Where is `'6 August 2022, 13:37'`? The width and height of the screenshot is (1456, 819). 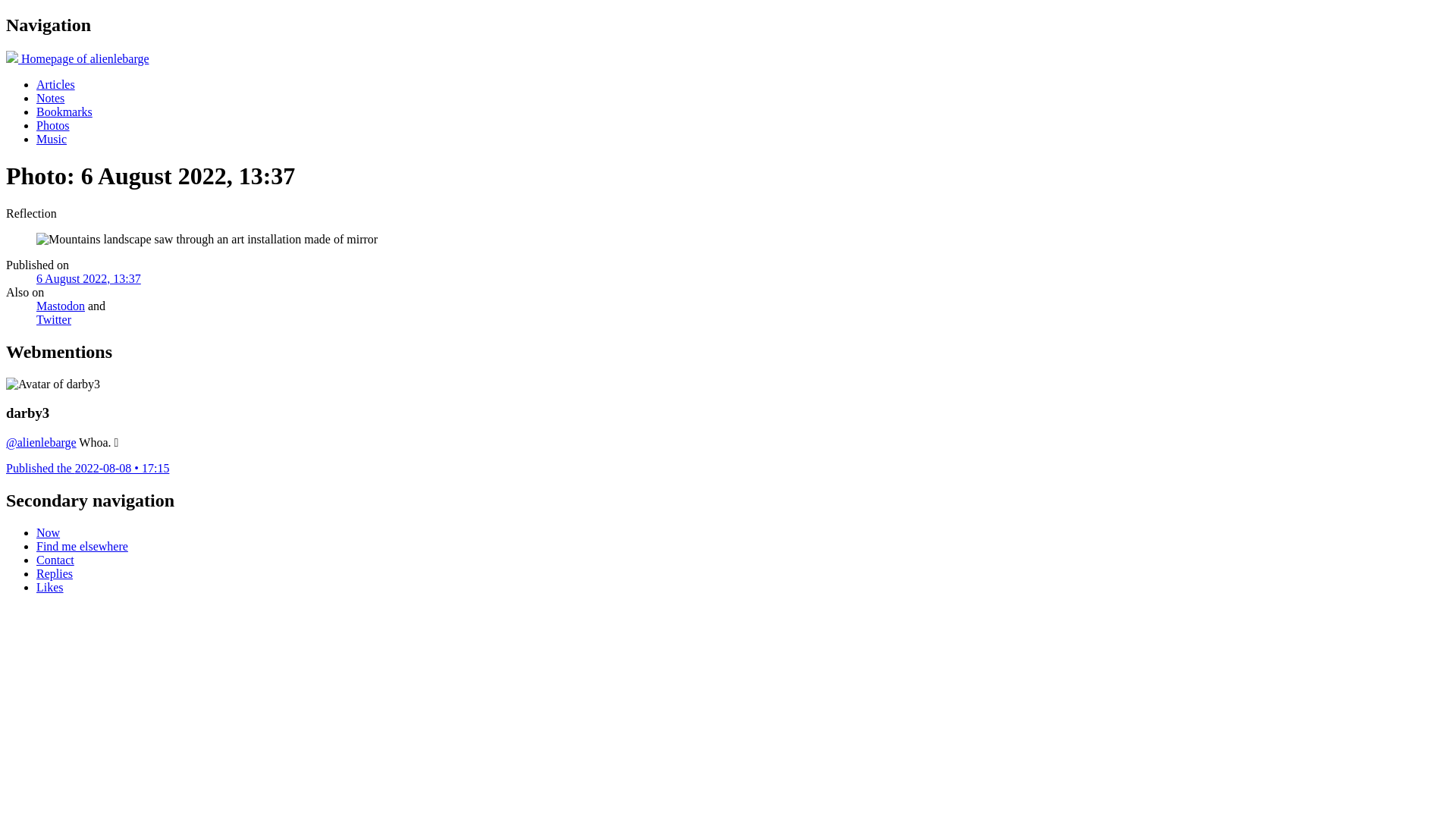 '6 August 2022, 13:37' is located at coordinates (87, 278).